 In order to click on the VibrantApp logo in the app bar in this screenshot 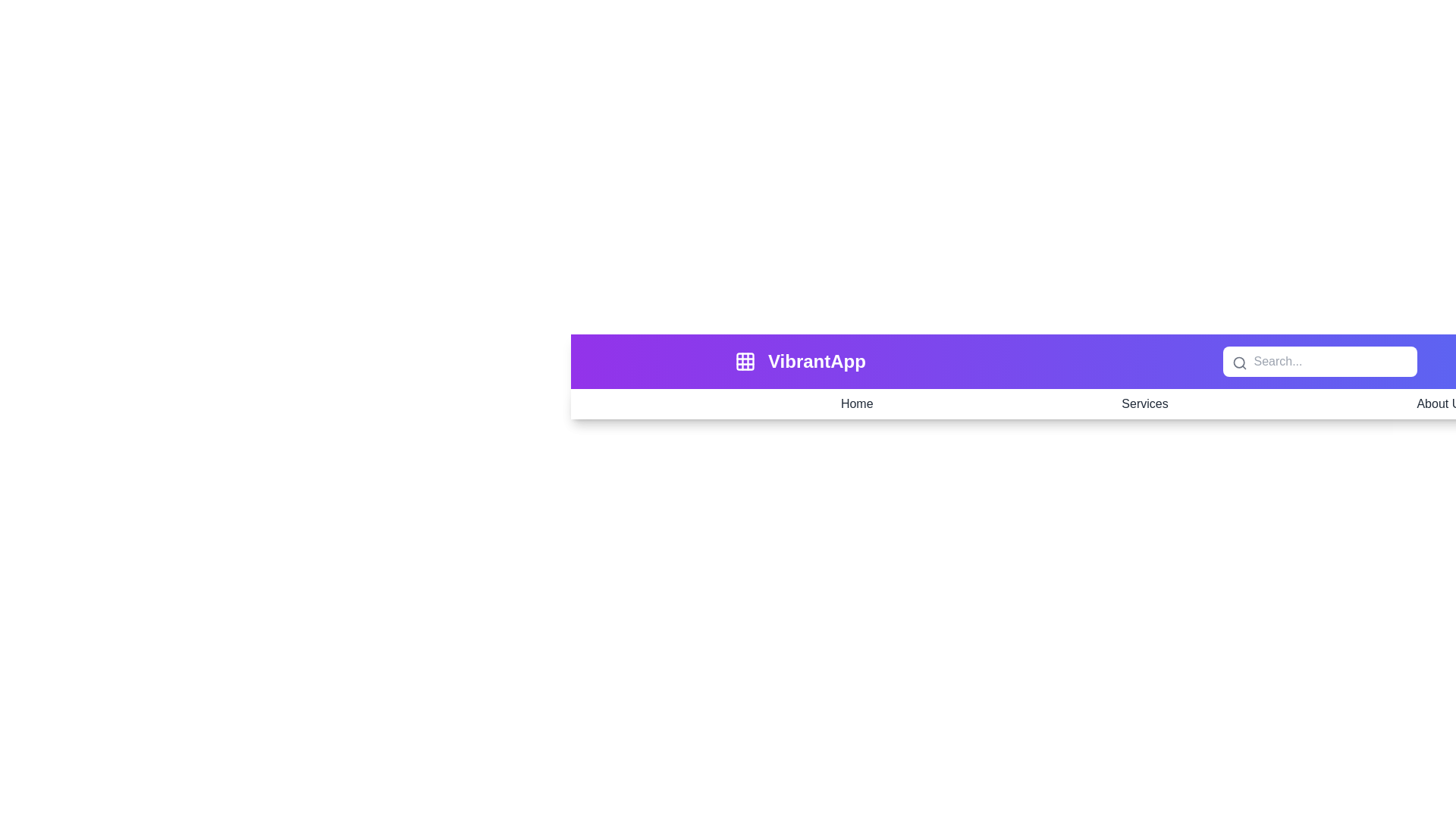, I will do `click(815, 362)`.